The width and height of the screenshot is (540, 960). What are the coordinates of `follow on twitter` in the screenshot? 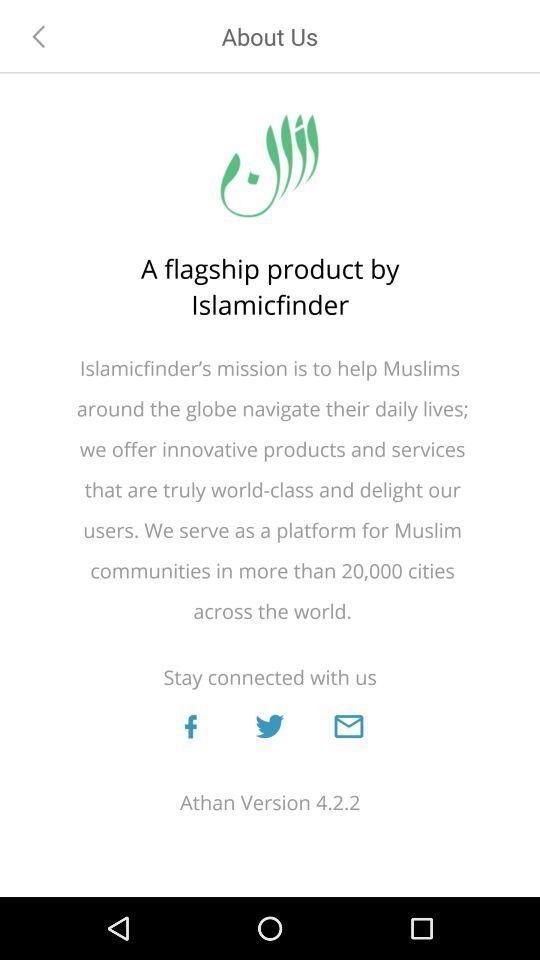 It's located at (269, 725).